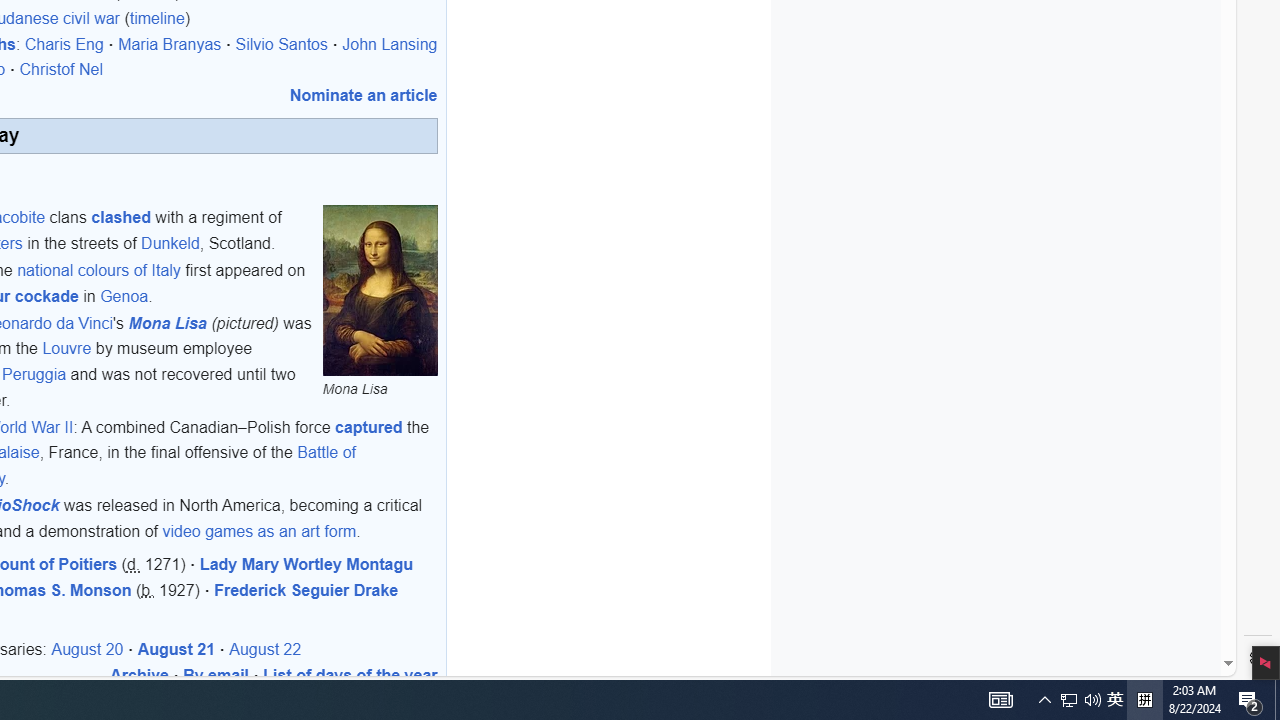 Image resolution: width=1280 pixels, height=720 pixels. What do you see at coordinates (156, 19) in the screenshot?
I see `'(timeline)'` at bounding box center [156, 19].